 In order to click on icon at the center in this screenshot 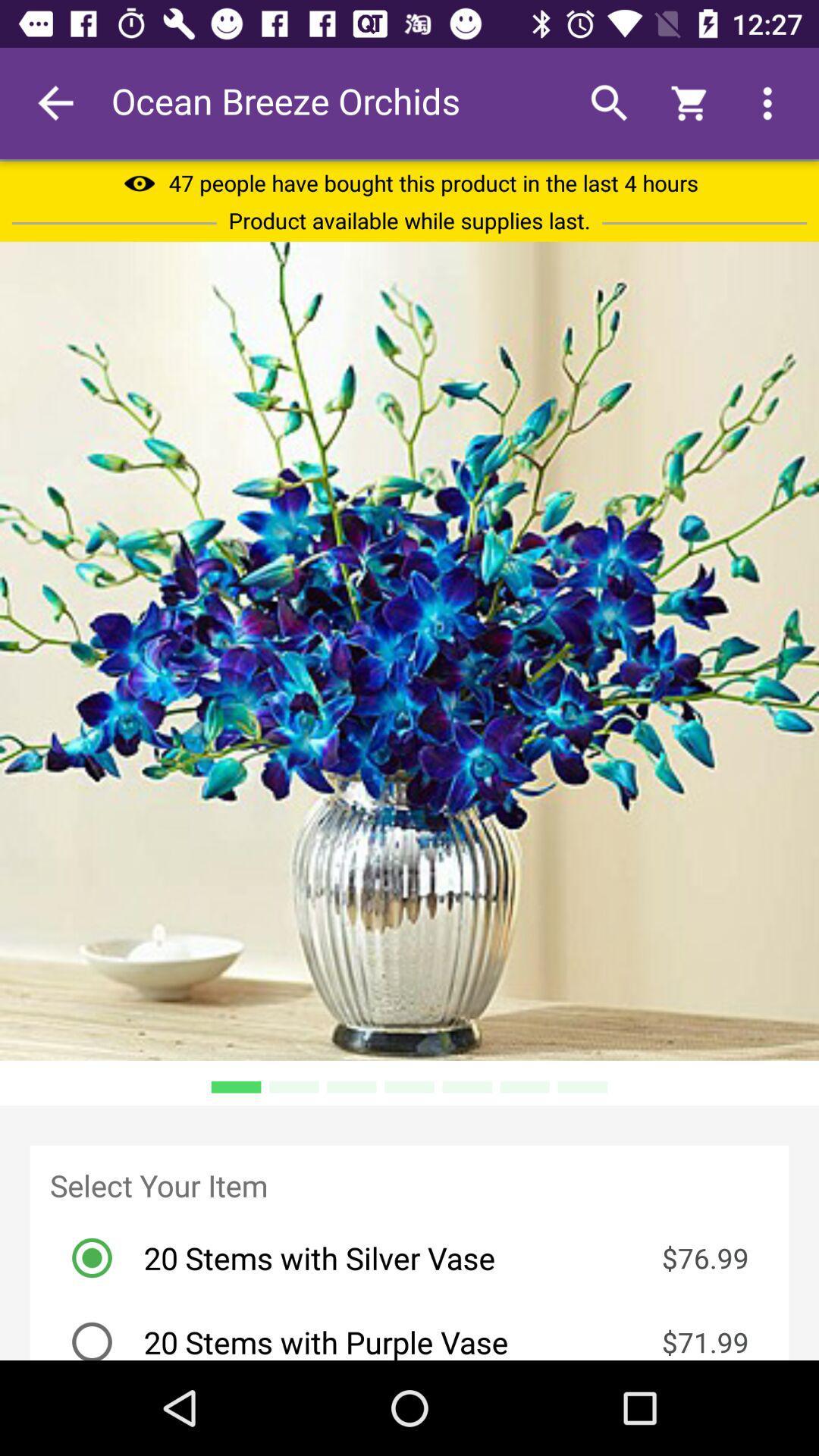, I will do `click(409, 651)`.